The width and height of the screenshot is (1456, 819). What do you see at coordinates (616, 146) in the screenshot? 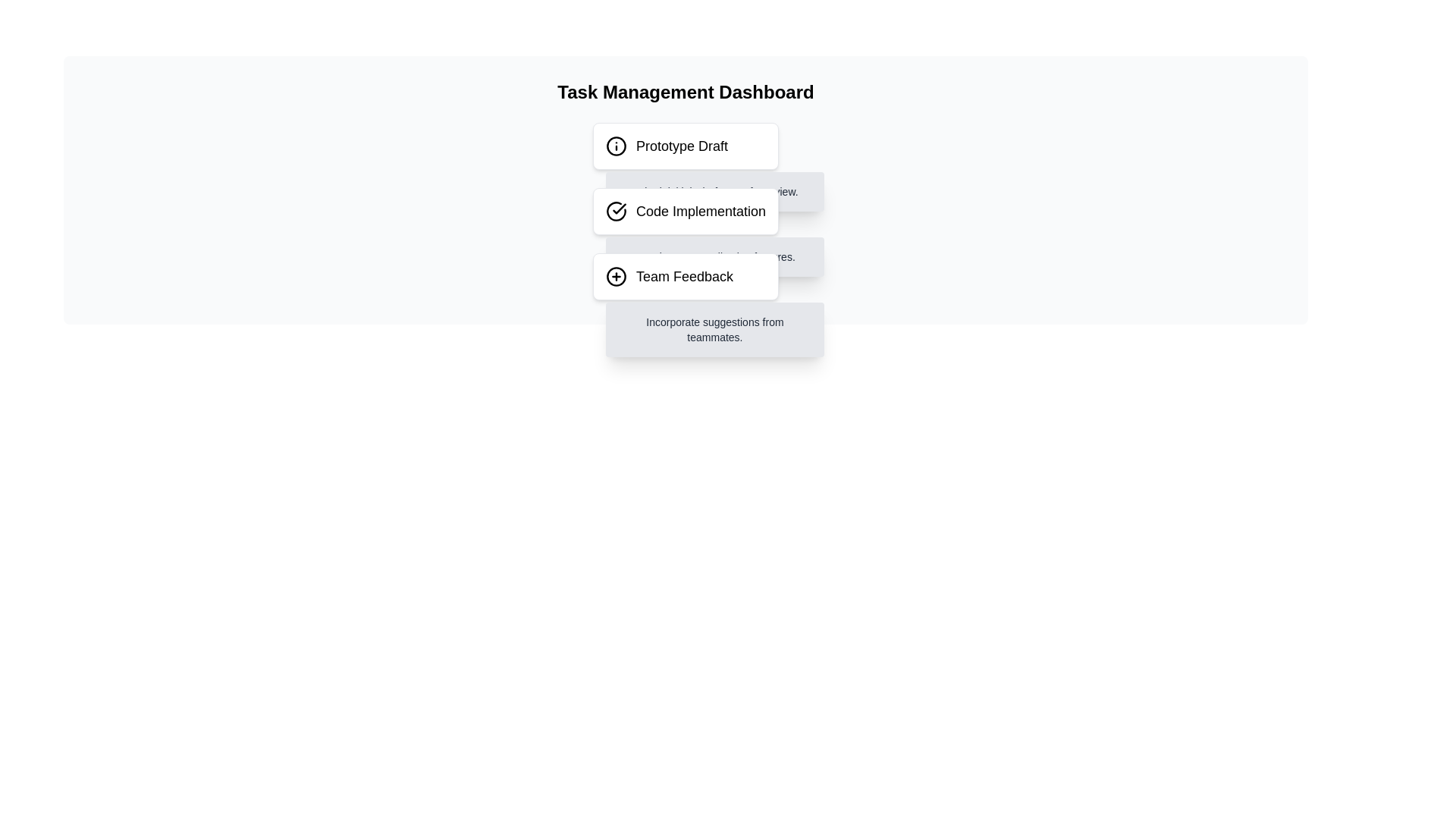
I see `the circular information icon located to the left of the text 'Prototype Draft'` at bounding box center [616, 146].